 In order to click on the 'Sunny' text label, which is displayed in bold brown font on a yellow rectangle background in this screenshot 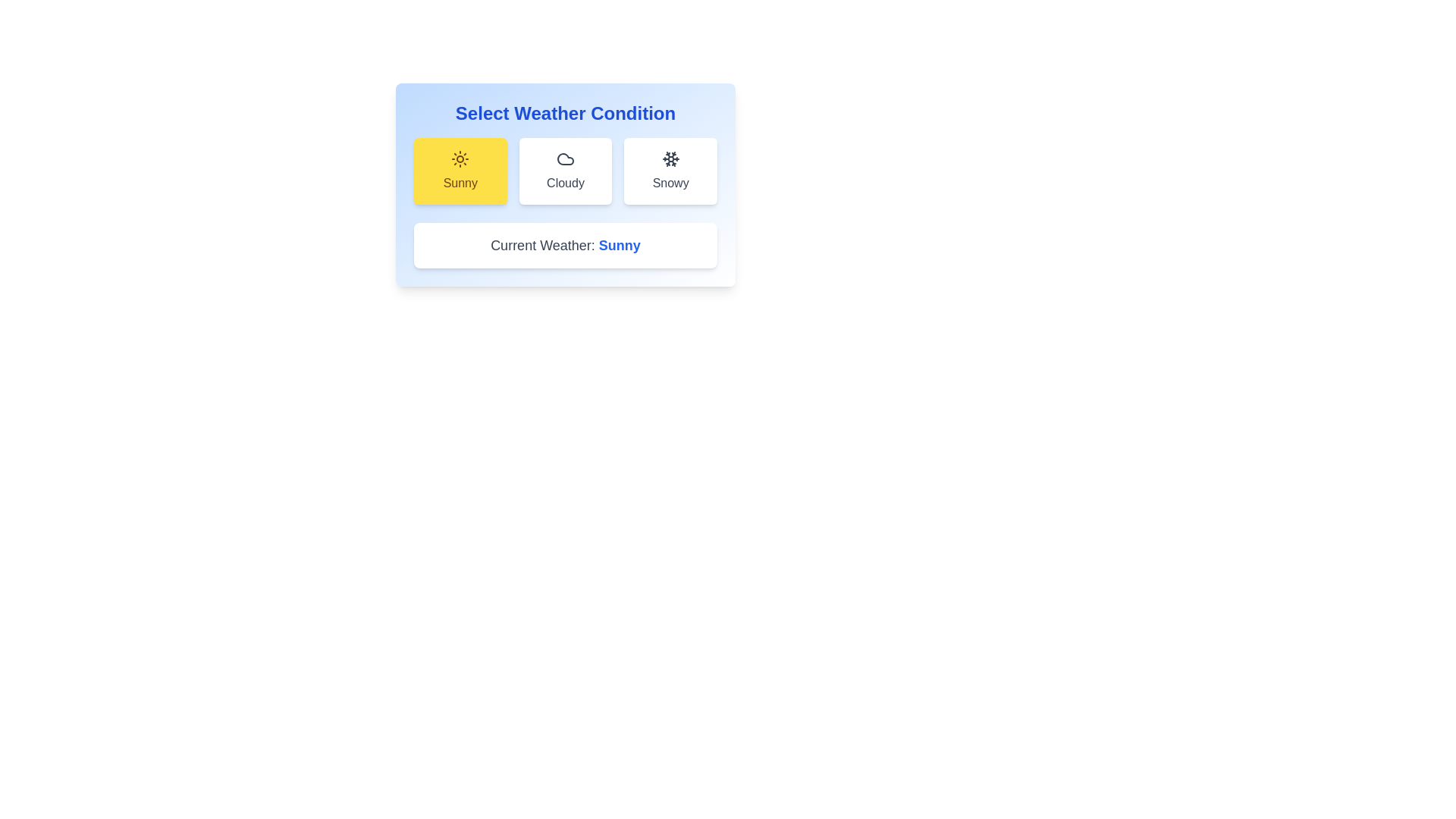, I will do `click(459, 183)`.